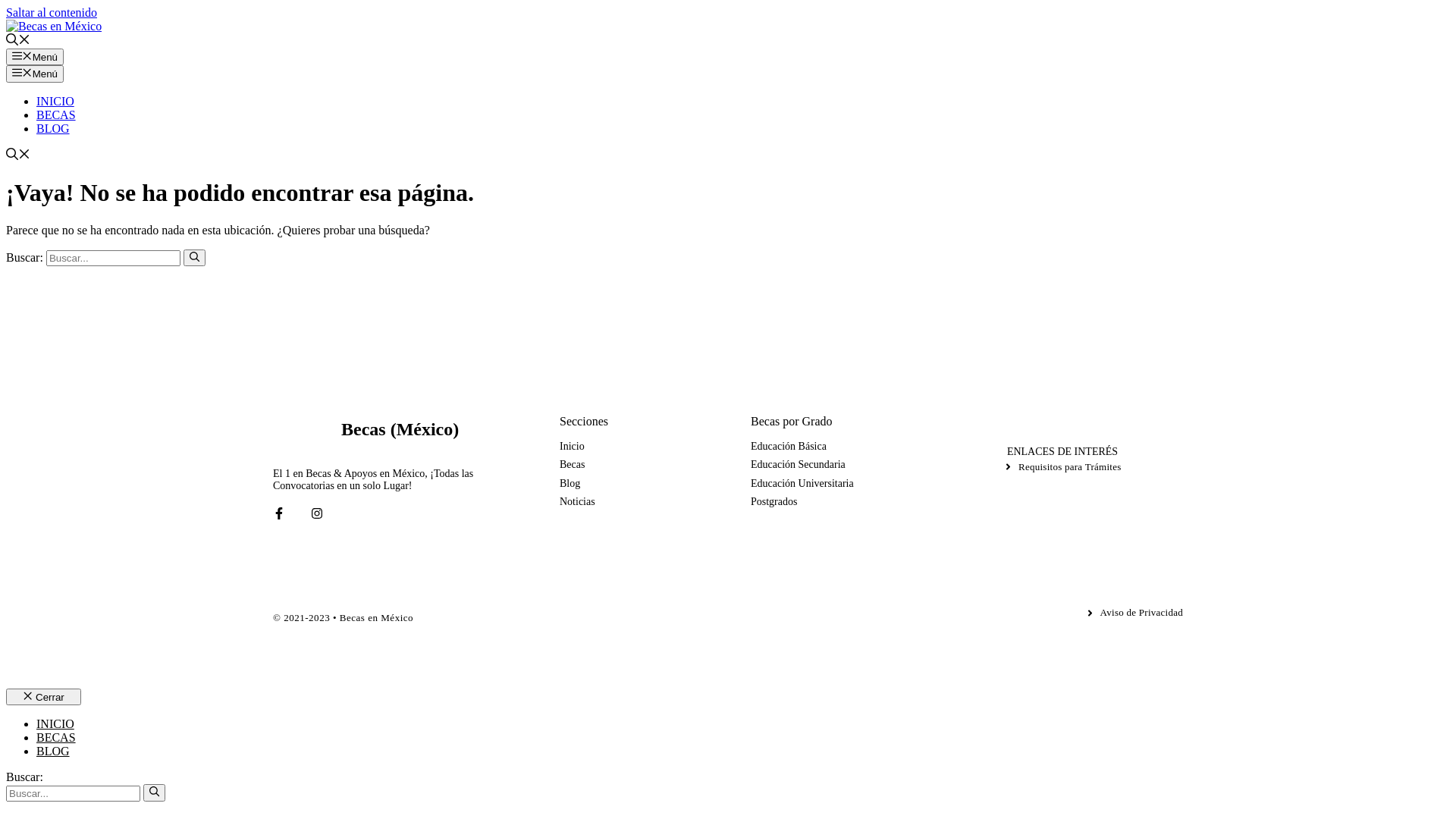 The height and width of the screenshot is (819, 1456). Describe the element at coordinates (576, 502) in the screenshot. I see `'Noticias'` at that location.